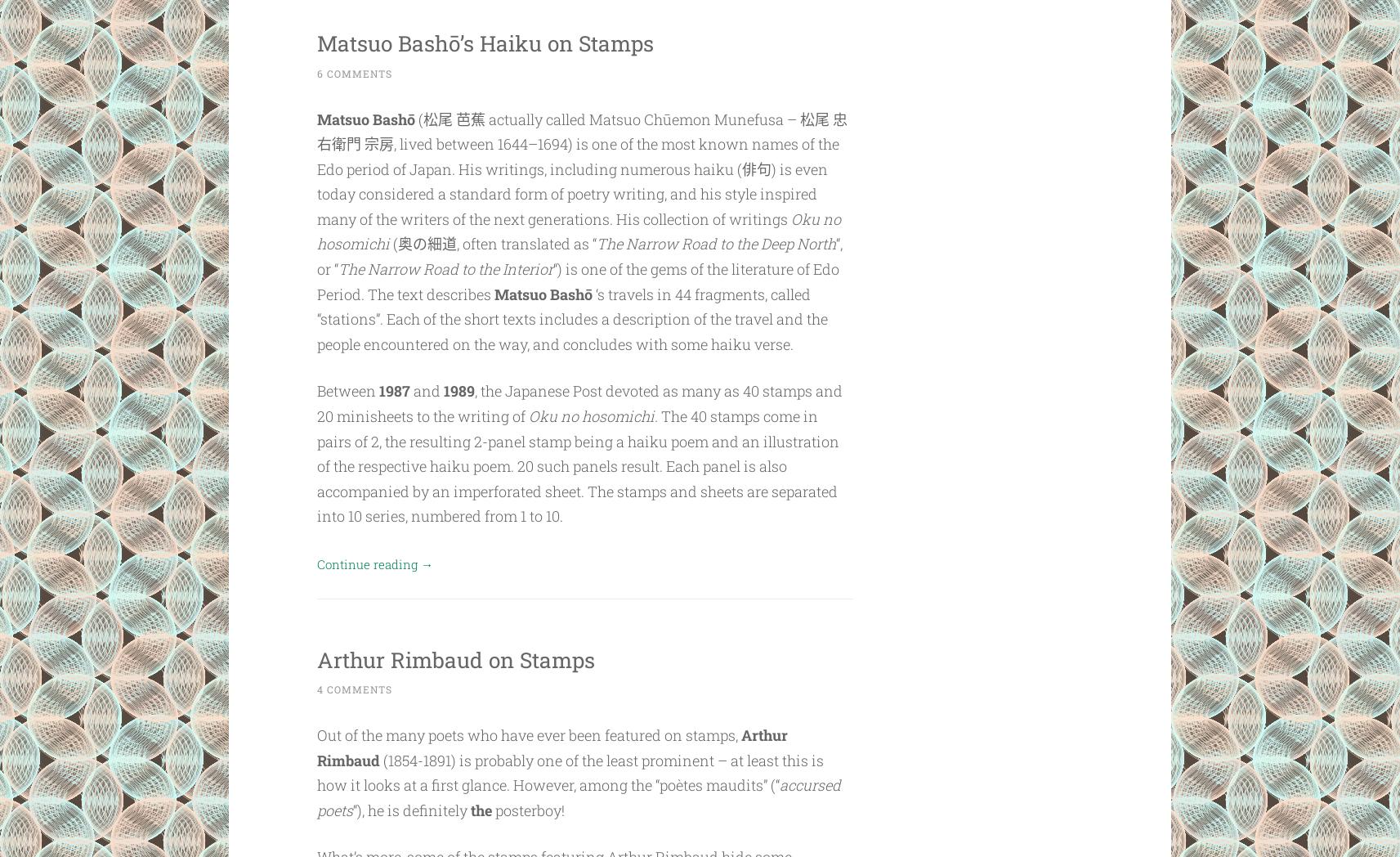 This screenshot has height=857, width=1400. Describe the element at coordinates (594, 416) in the screenshot. I see `'Oku no hosomichi.'` at that location.